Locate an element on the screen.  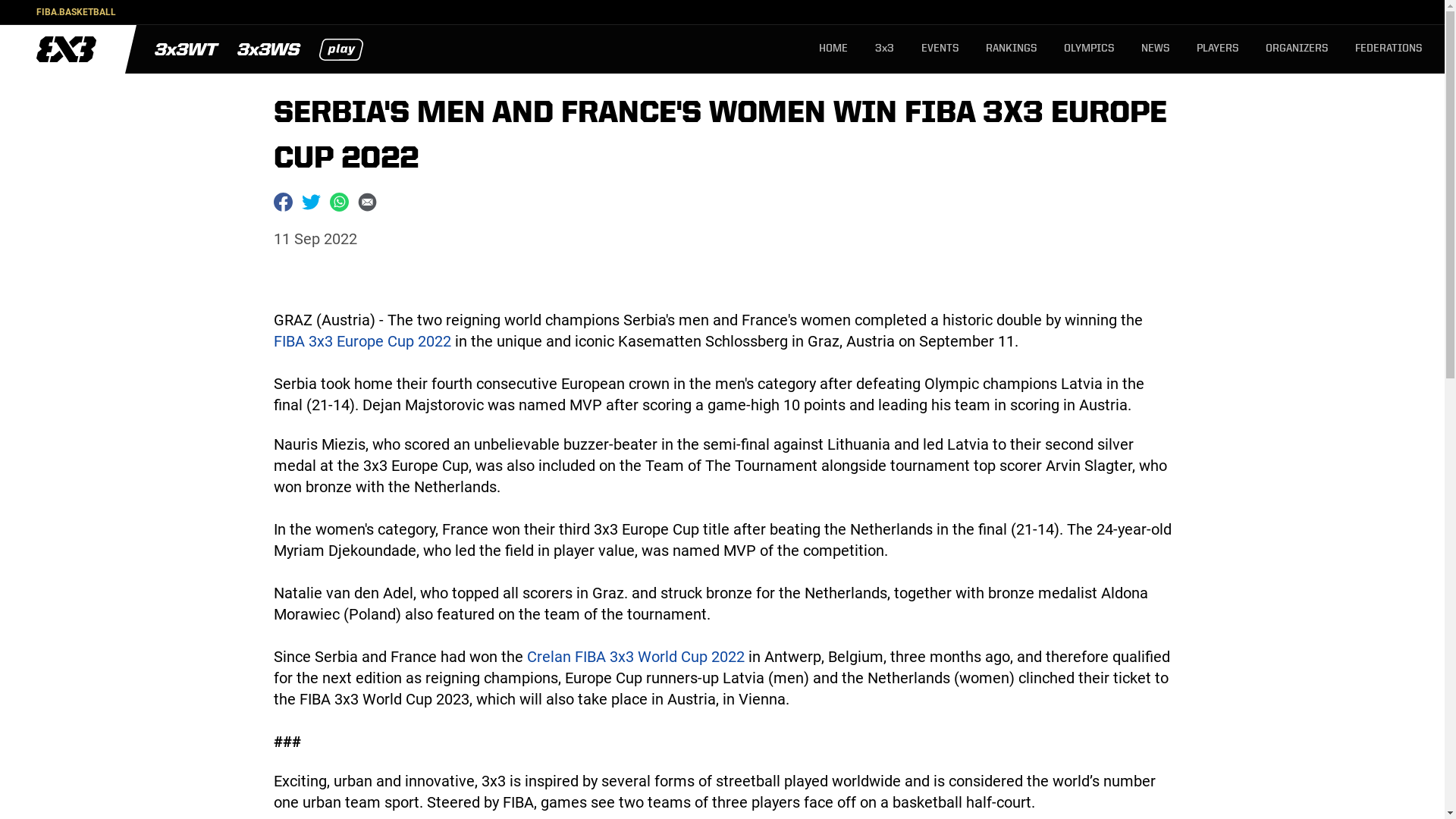
'NEWS' is located at coordinates (1154, 48).